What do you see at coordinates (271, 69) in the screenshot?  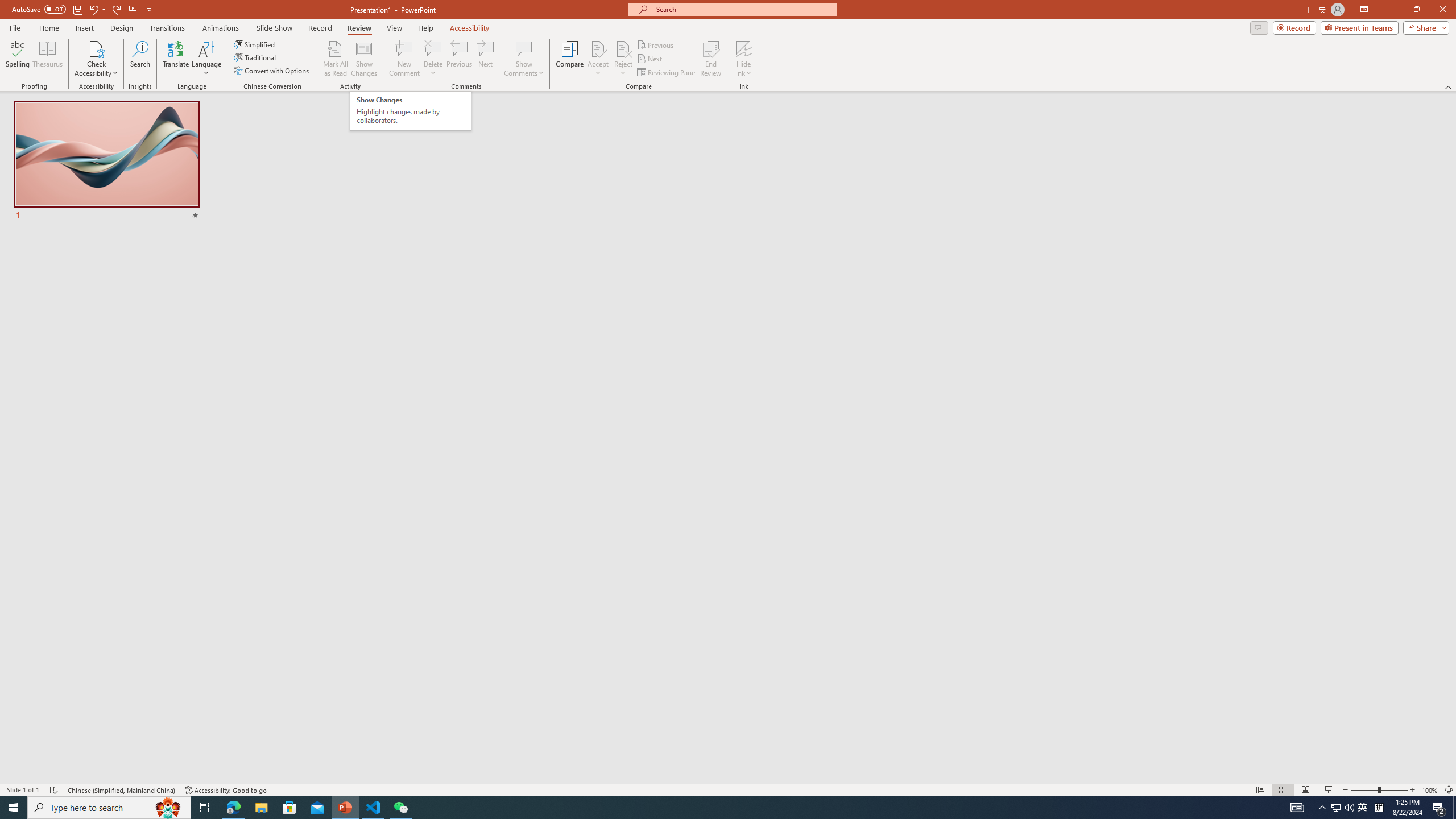 I see `'Convert with Options...'` at bounding box center [271, 69].